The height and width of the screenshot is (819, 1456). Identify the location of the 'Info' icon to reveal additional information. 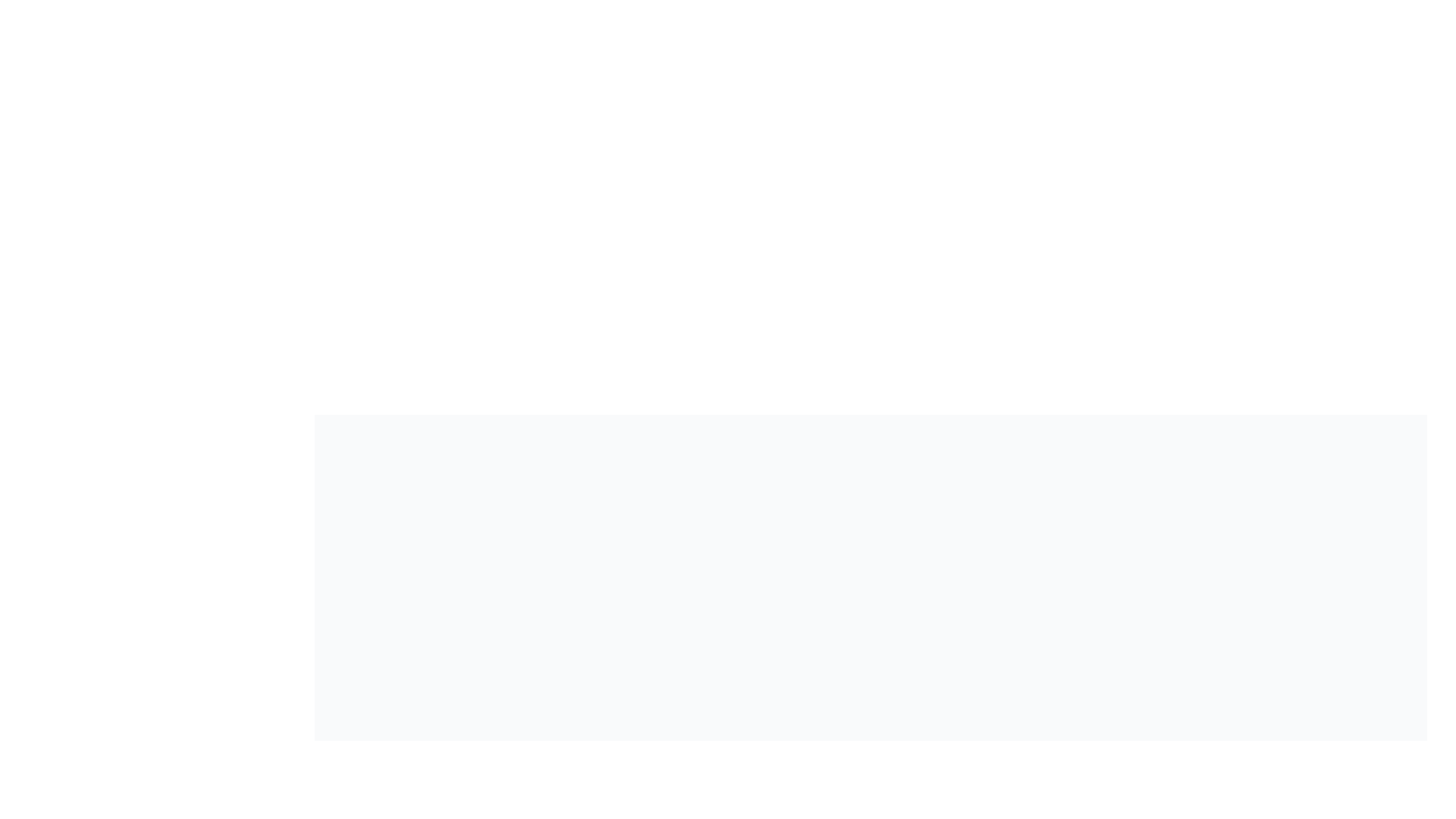
(773, 774).